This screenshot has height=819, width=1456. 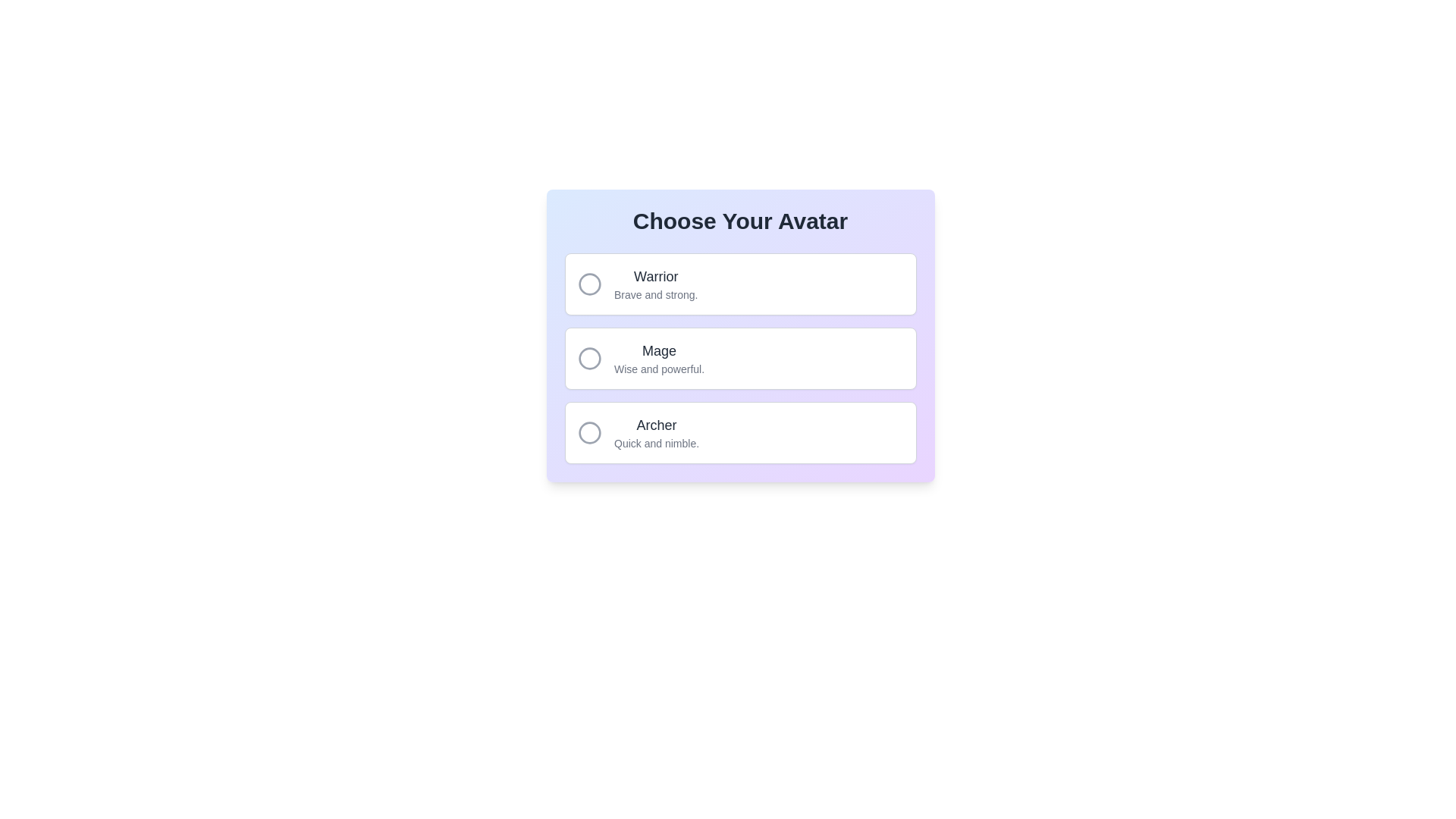 I want to click on the descriptive subtitle text label for the 'Warrior' option located below the 'Warrior' text in the 'Choose Your Avatar' list, so click(x=655, y=295).